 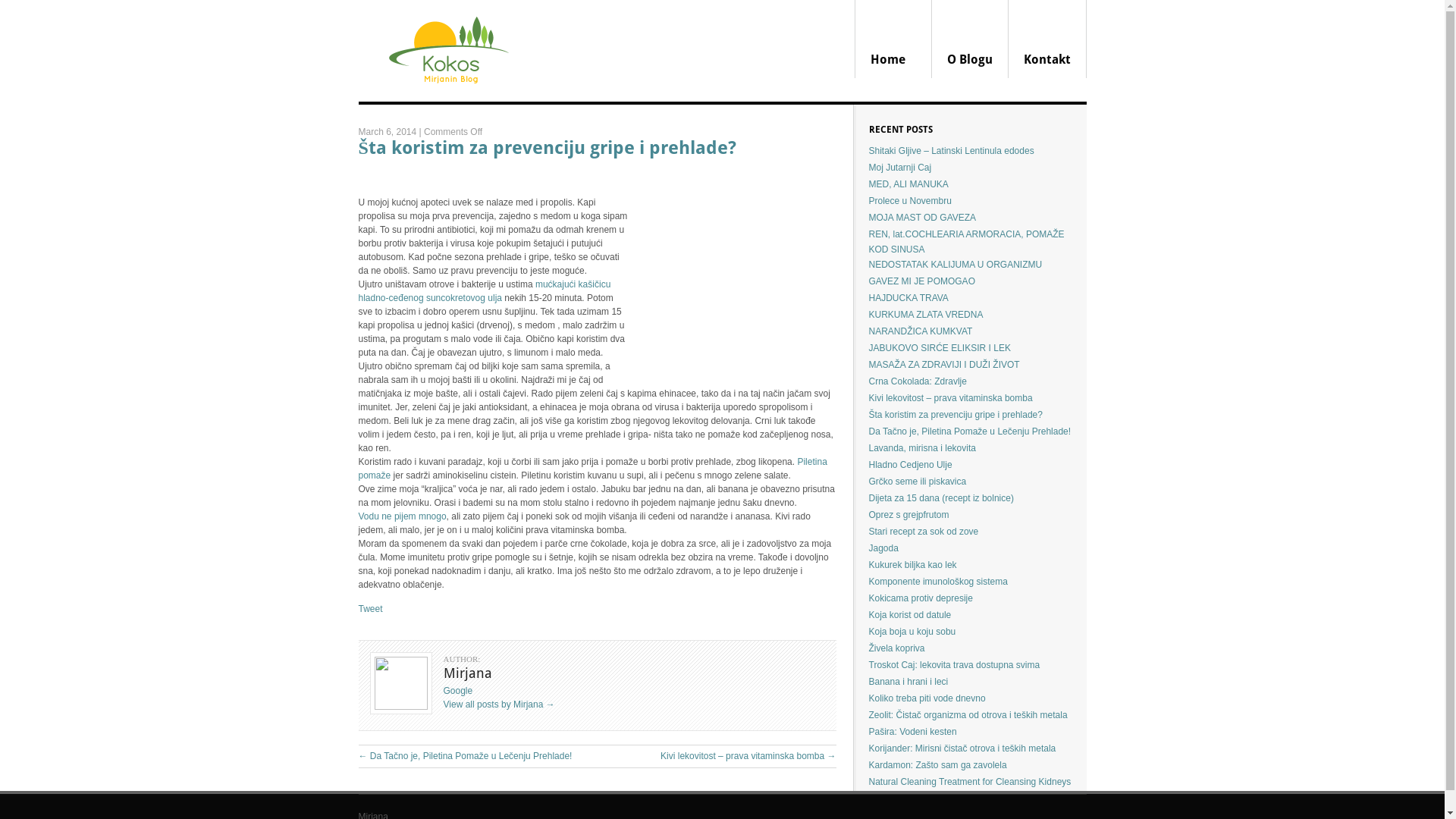 What do you see at coordinates (370, 607) in the screenshot?
I see `'Tweet'` at bounding box center [370, 607].